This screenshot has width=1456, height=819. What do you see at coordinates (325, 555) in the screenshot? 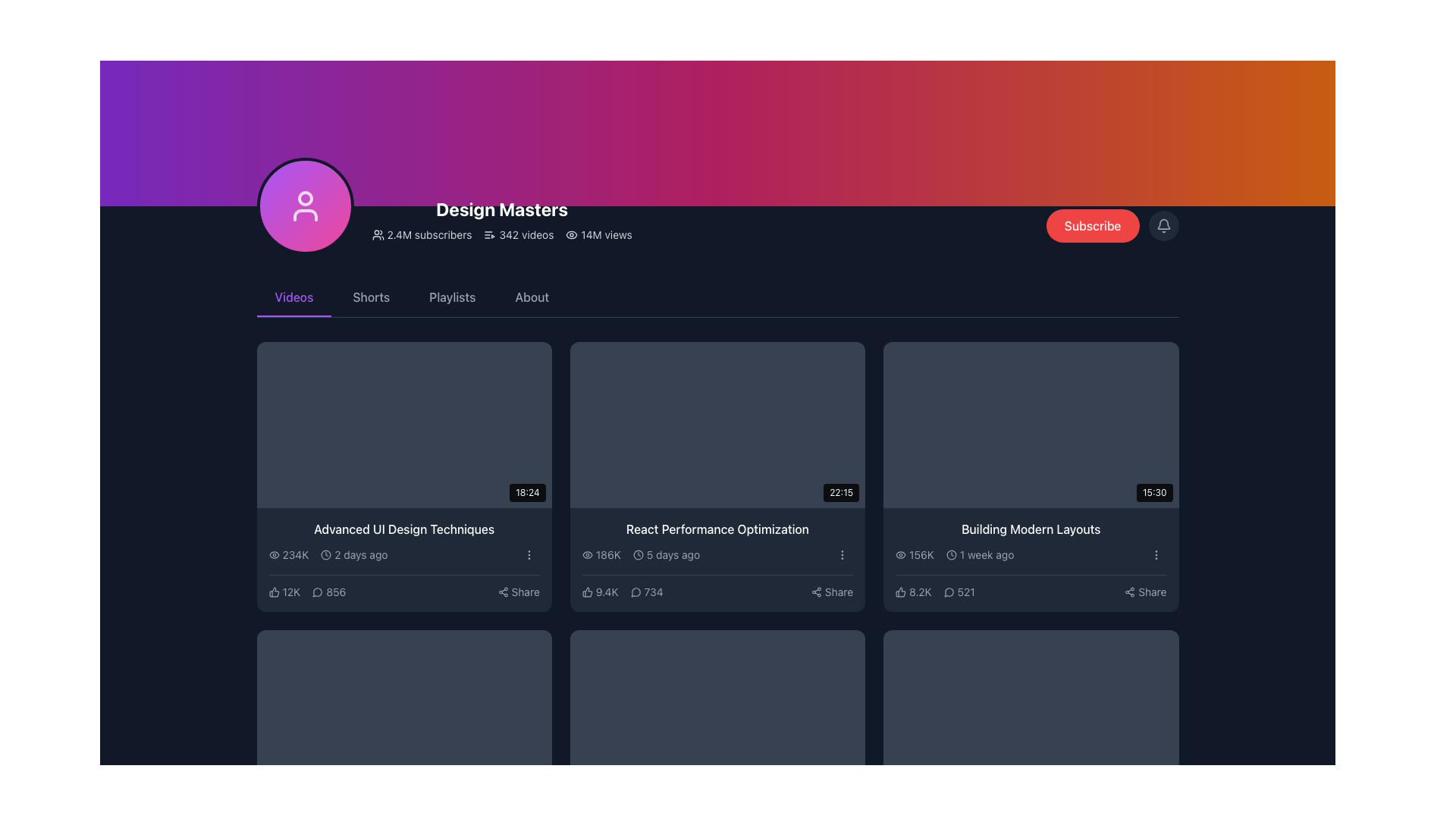
I see `properties of the circular graphical element within the SVG icon located near the '2 days ago' text of the 'Advanced UI Design Techniques' video information card` at bounding box center [325, 555].